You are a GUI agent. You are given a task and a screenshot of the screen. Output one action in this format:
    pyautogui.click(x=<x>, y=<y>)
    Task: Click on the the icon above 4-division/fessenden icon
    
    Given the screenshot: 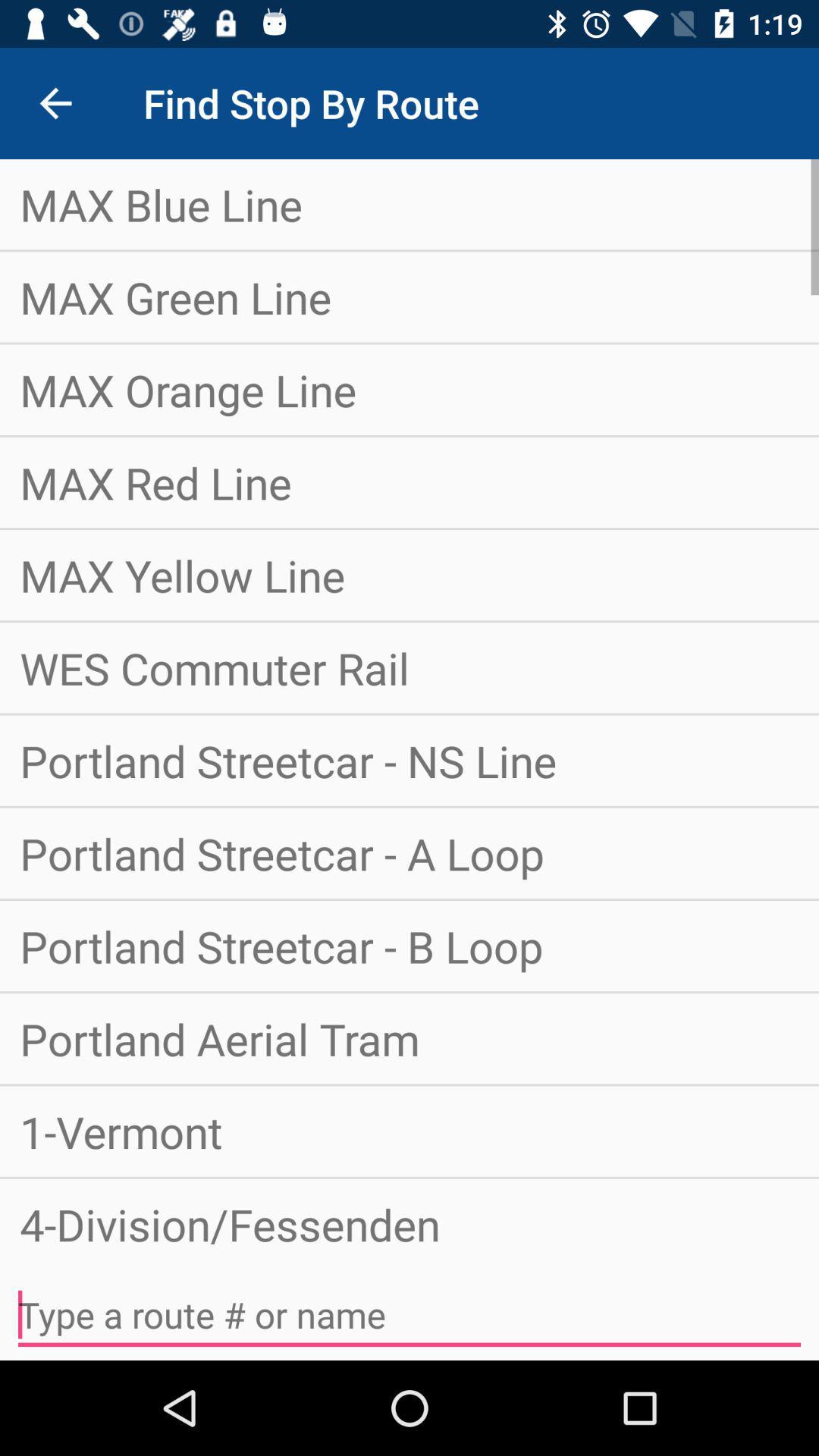 What is the action you would take?
    pyautogui.click(x=409, y=1131)
    